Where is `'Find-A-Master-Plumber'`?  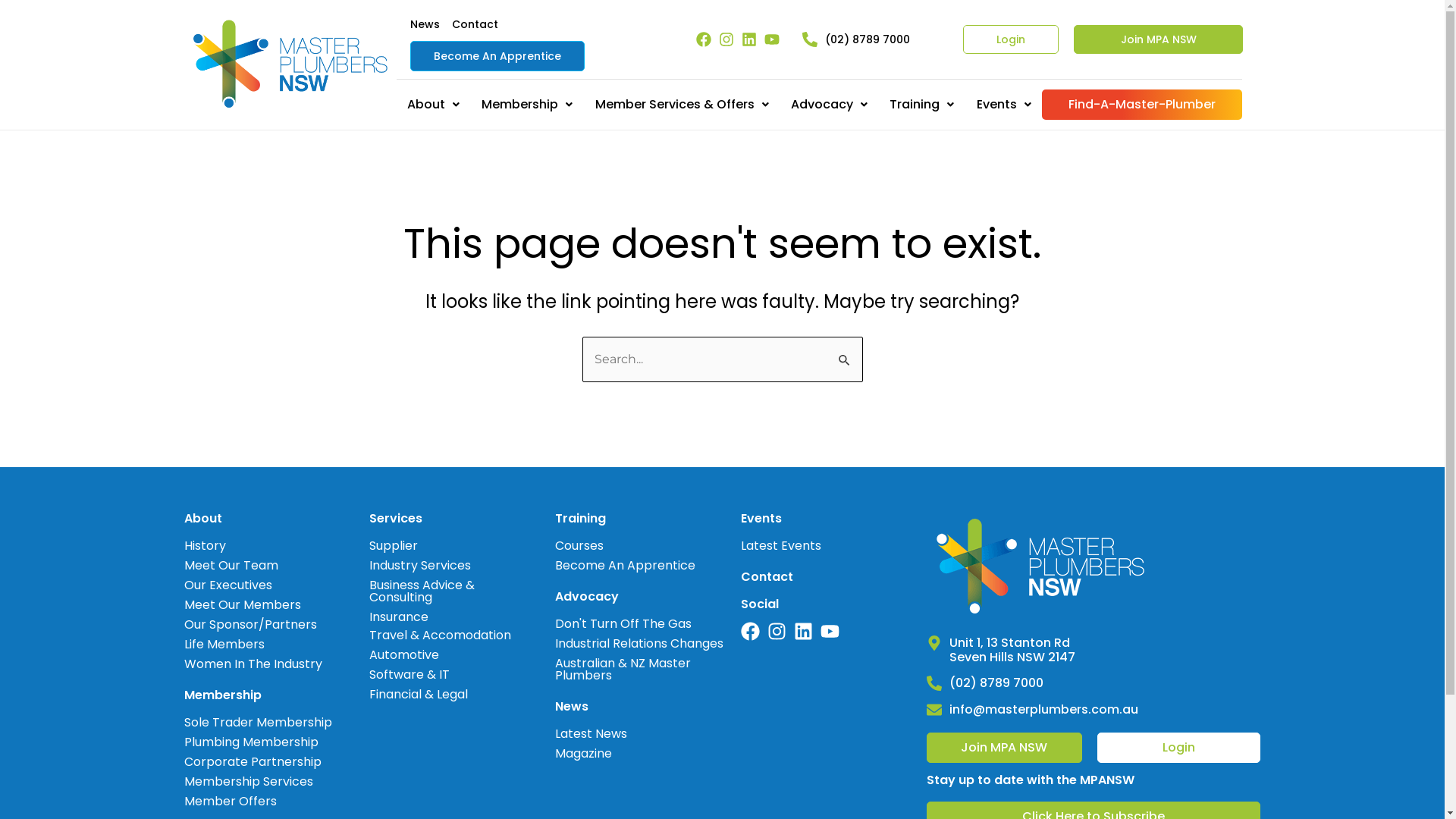 'Find-A-Master-Plumber' is located at coordinates (1141, 104).